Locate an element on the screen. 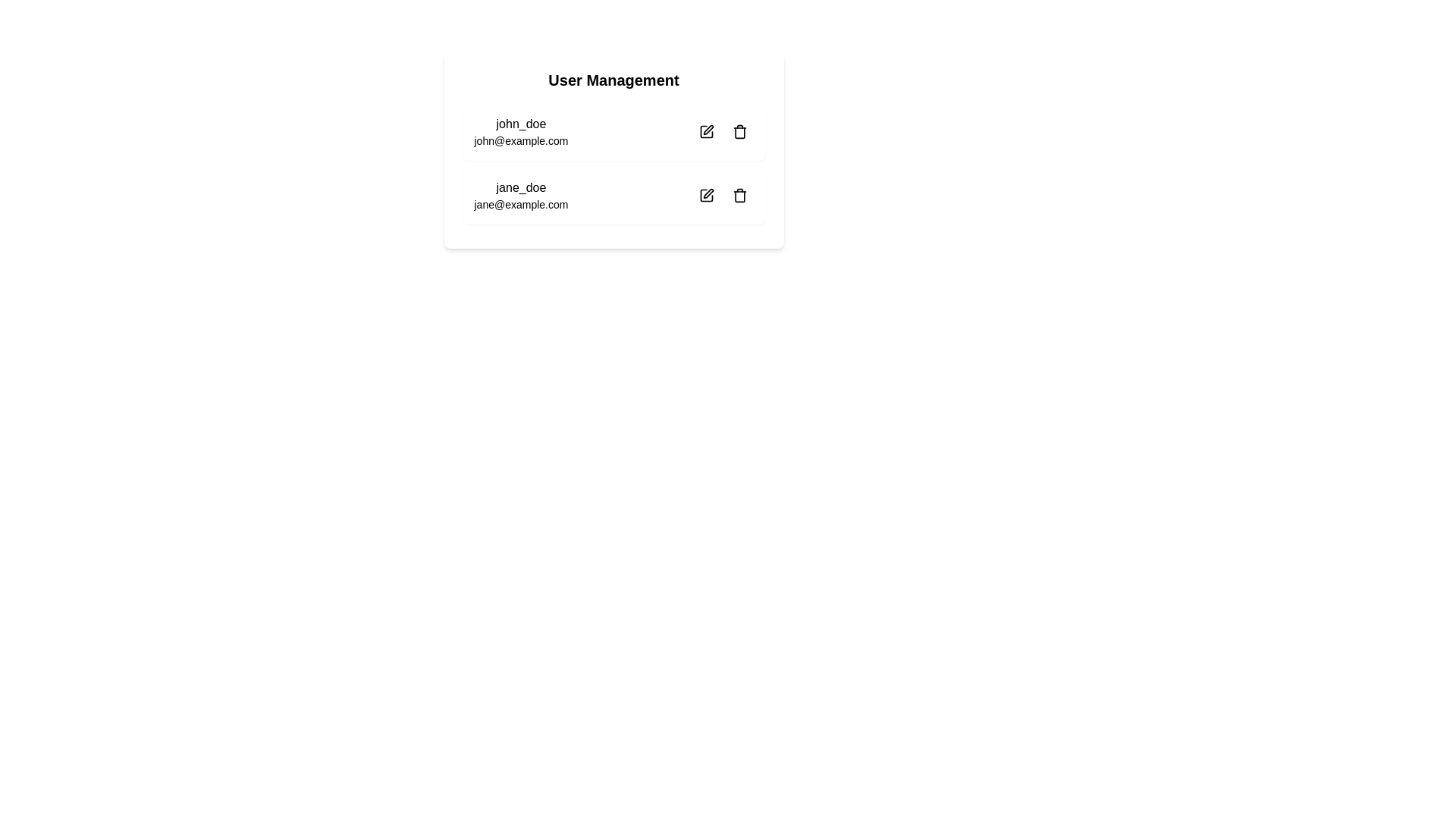 The width and height of the screenshot is (1456, 819). the edit button located in the top-right corner of the row for 'john_doe' in the 'User Management' interface to trigger a tooltip or hover effect is located at coordinates (705, 130).